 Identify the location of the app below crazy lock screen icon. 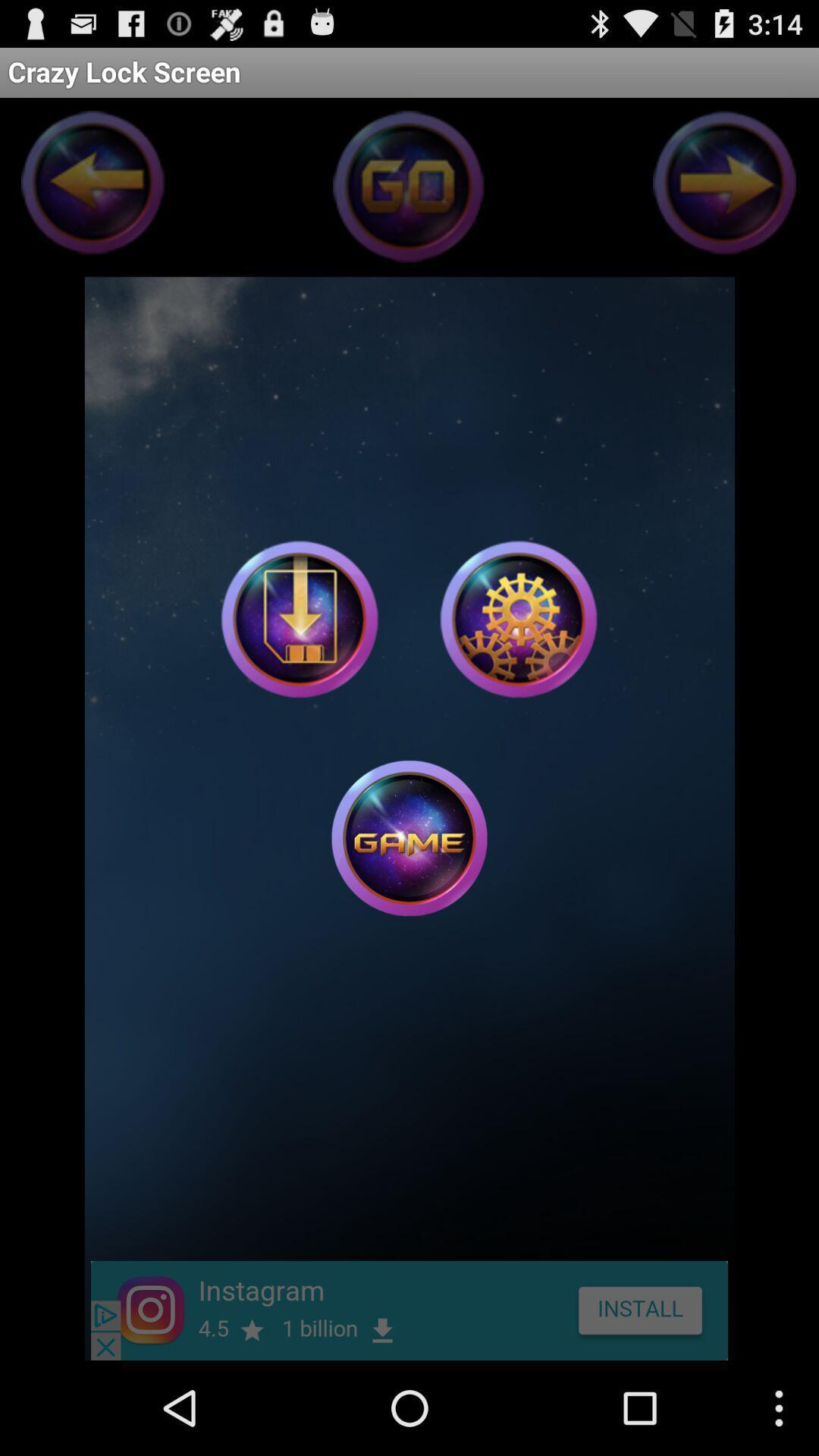
(517, 619).